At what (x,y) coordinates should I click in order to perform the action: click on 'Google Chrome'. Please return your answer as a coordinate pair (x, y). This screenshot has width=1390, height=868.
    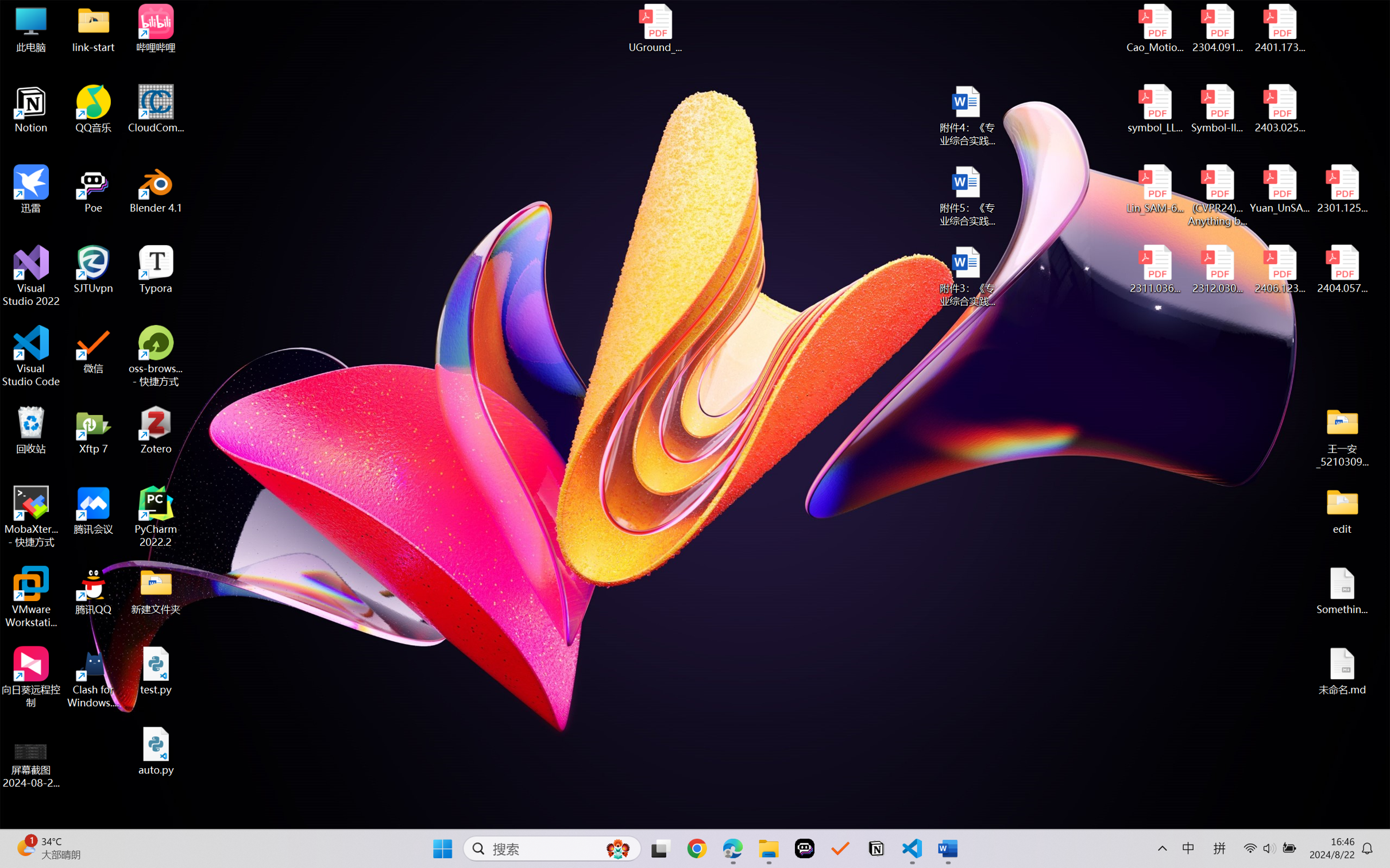
    Looking at the image, I should click on (697, 848).